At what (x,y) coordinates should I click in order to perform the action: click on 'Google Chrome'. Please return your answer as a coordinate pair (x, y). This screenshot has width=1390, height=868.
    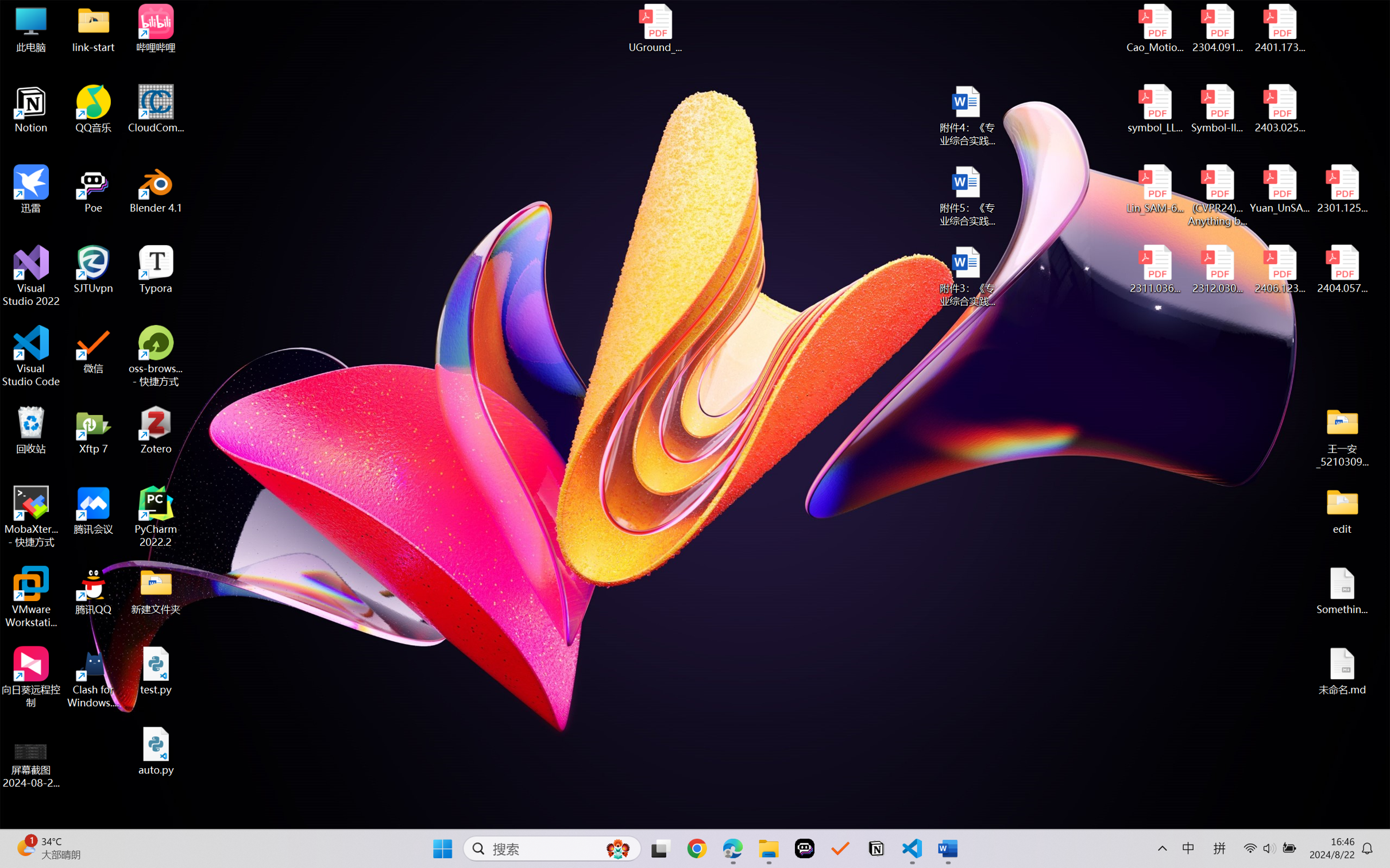
    Looking at the image, I should click on (697, 848).